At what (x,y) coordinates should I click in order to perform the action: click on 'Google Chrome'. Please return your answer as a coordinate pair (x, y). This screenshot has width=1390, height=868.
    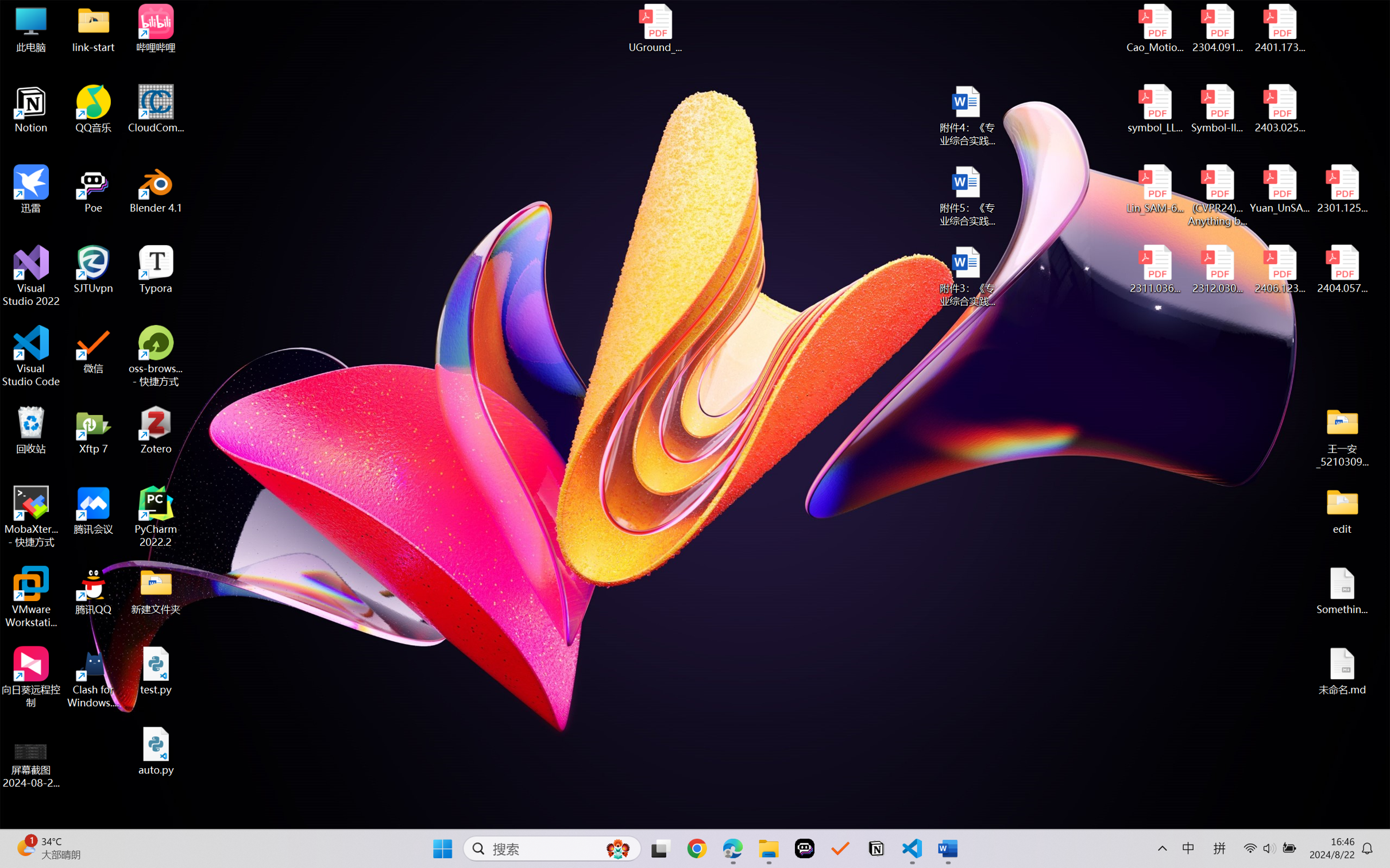
    Looking at the image, I should click on (697, 848).